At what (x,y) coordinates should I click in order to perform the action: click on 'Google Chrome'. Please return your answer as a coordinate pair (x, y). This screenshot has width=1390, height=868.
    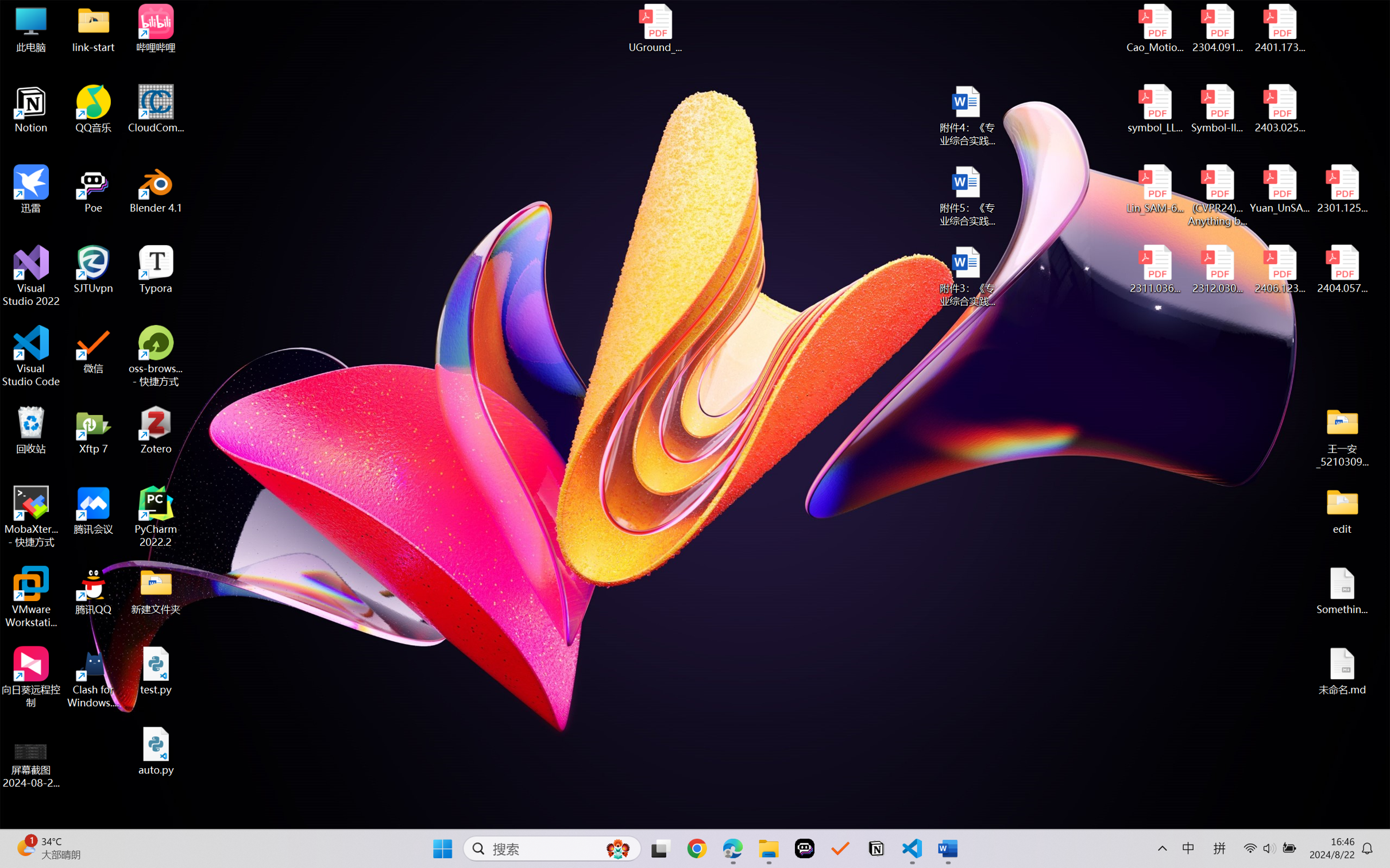
    Looking at the image, I should click on (697, 848).